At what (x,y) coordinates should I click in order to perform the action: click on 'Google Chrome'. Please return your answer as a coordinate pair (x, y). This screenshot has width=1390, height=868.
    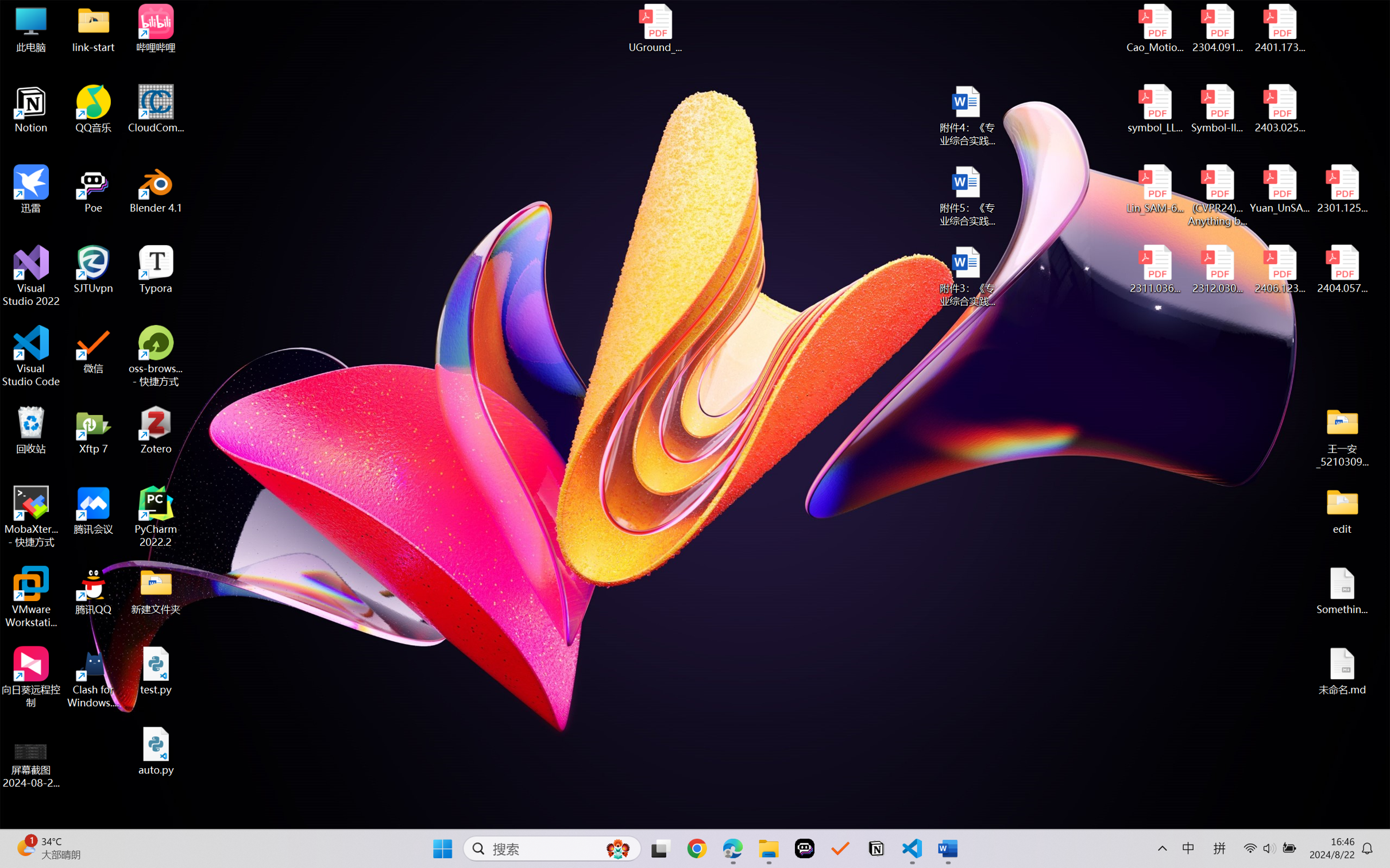
    Looking at the image, I should click on (697, 848).